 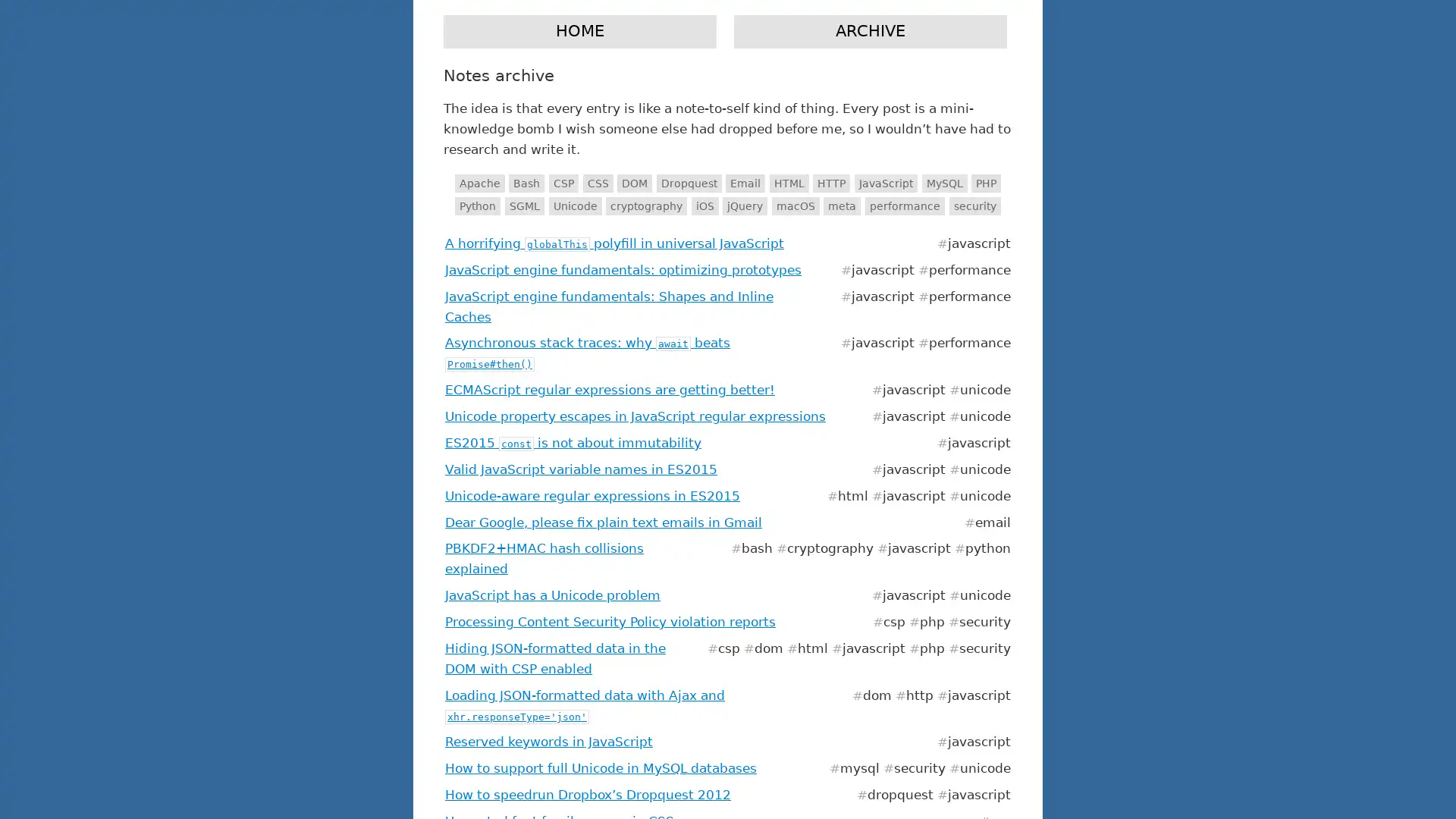 What do you see at coordinates (886, 183) in the screenshot?
I see `JavaScript` at bounding box center [886, 183].